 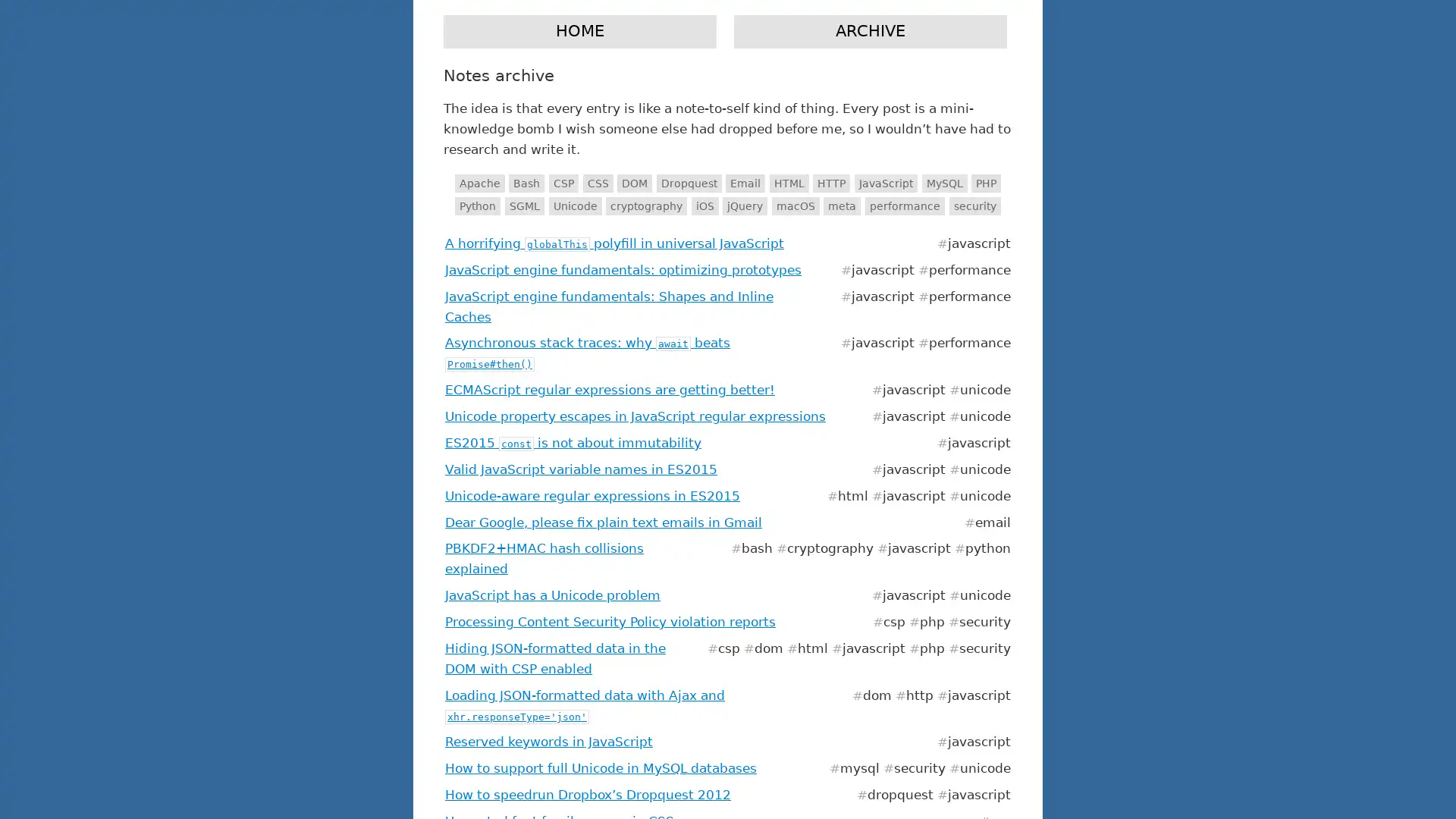 What do you see at coordinates (886, 183) in the screenshot?
I see `JavaScript` at bounding box center [886, 183].